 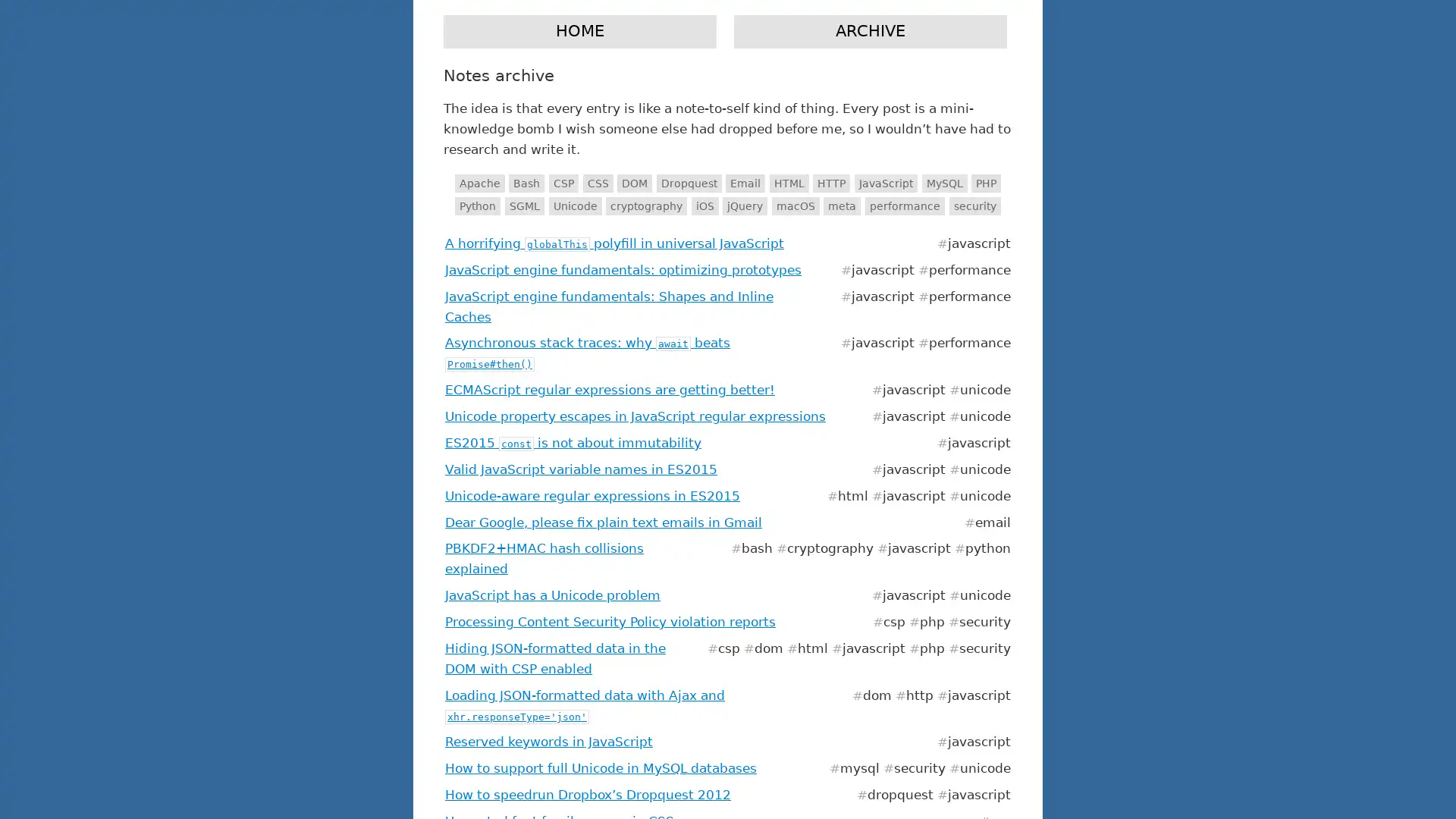 What do you see at coordinates (886, 183) in the screenshot?
I see `JavaScript` at bounding box center [886, 183].